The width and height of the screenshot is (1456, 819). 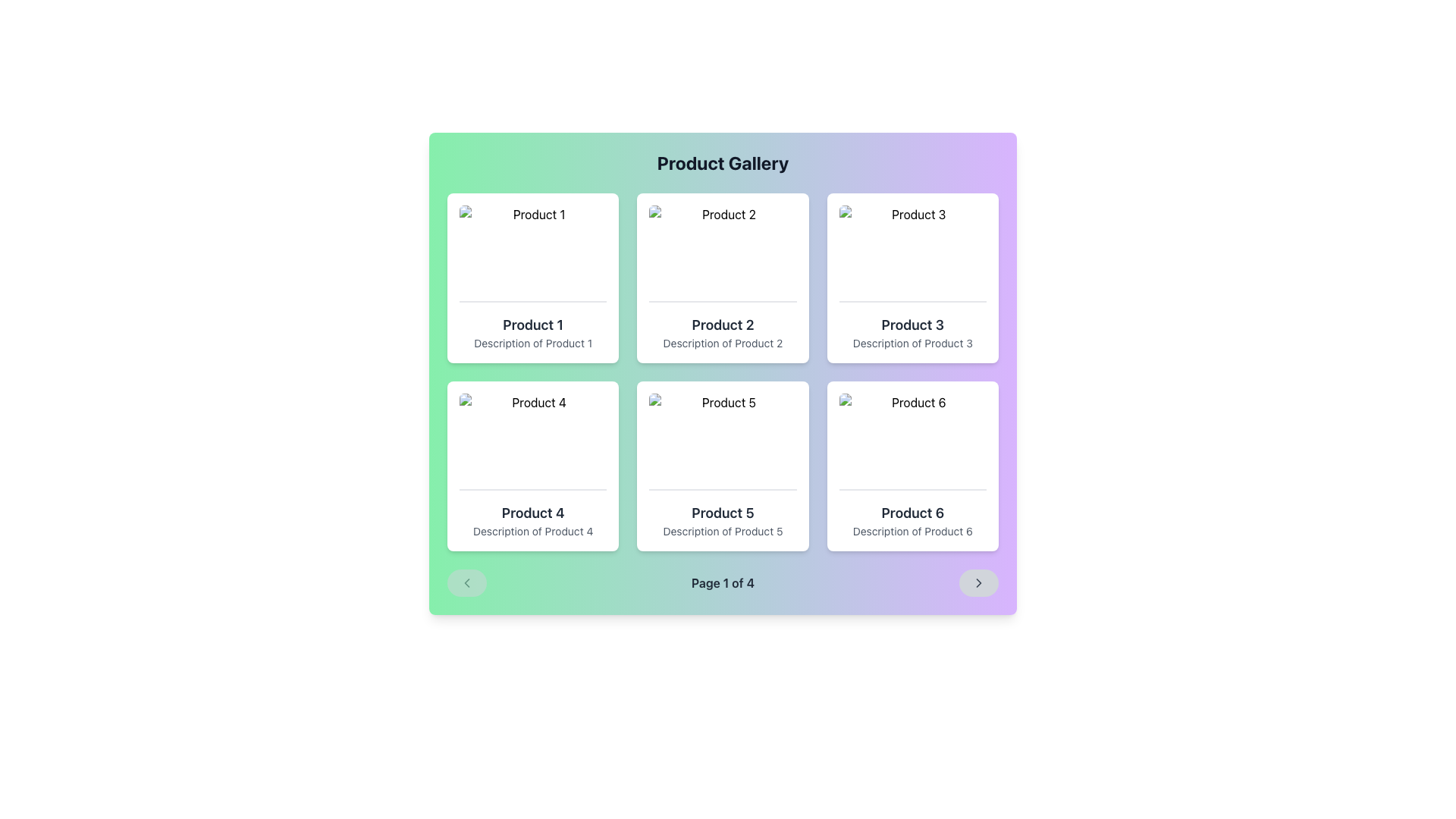 What do you see at coordinates (722, 343) in the screenshot?
I see `text label displaying 'Description of Product 2', located within the card labeled 'Product 2' in a small gray font` at bounding box center [722, 343].